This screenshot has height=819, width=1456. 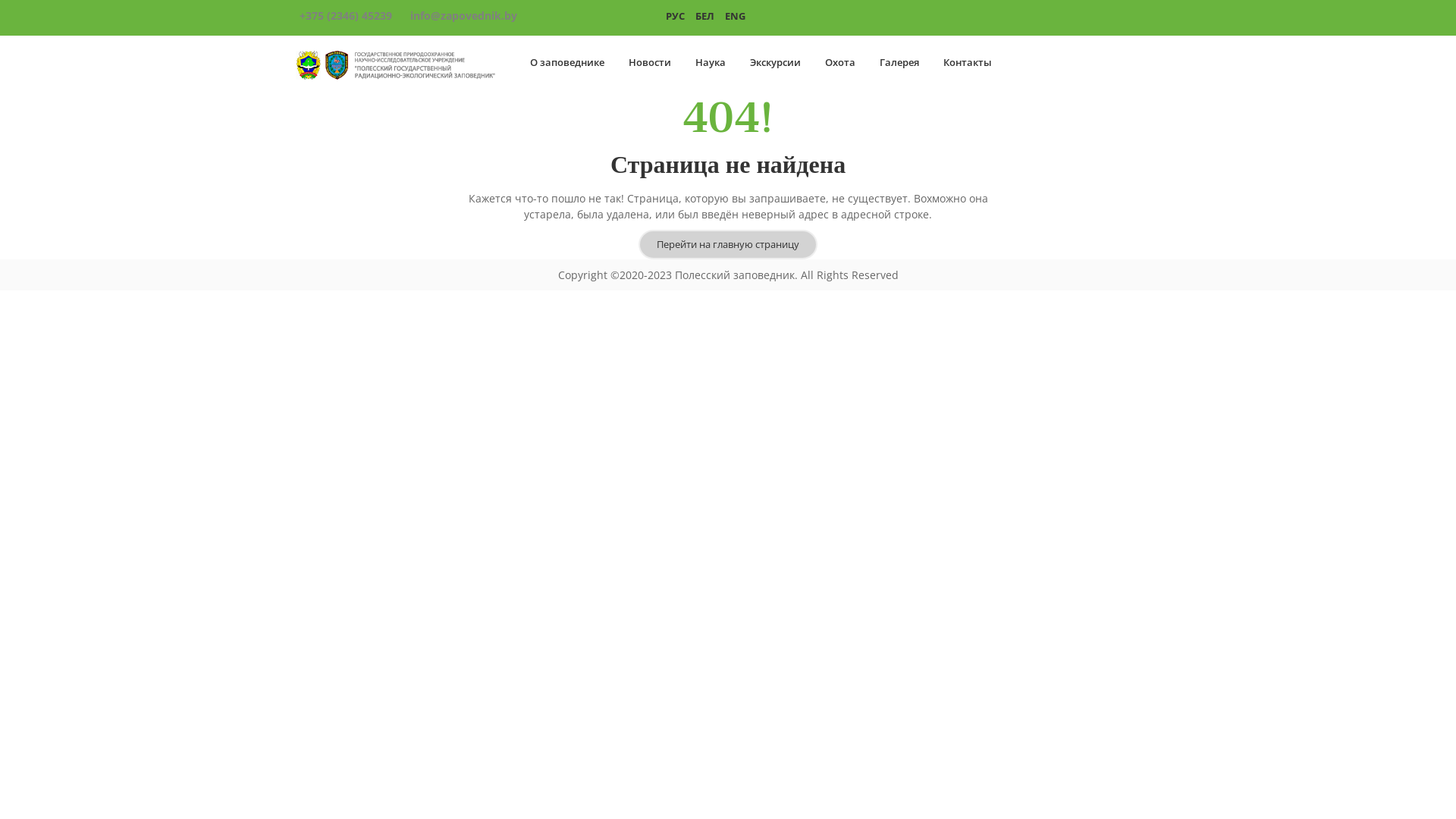 What do you see at coordinates (735, 15) in the screenshot?
I see `'ENG'` at bounding box center [735, 15].